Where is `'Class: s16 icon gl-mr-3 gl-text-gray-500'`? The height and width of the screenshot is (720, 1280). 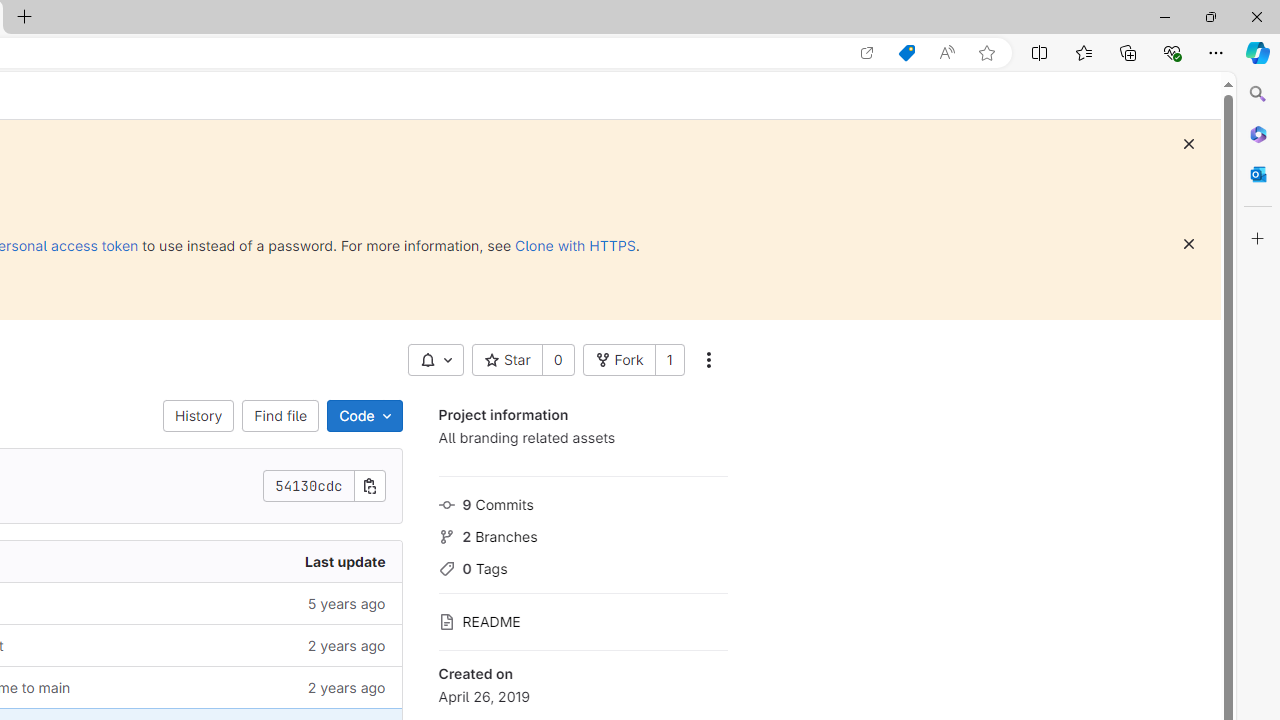 'Class: s16 icon gl-mr-3 gl-text-gray-500' is located at coordinates (445, 621).